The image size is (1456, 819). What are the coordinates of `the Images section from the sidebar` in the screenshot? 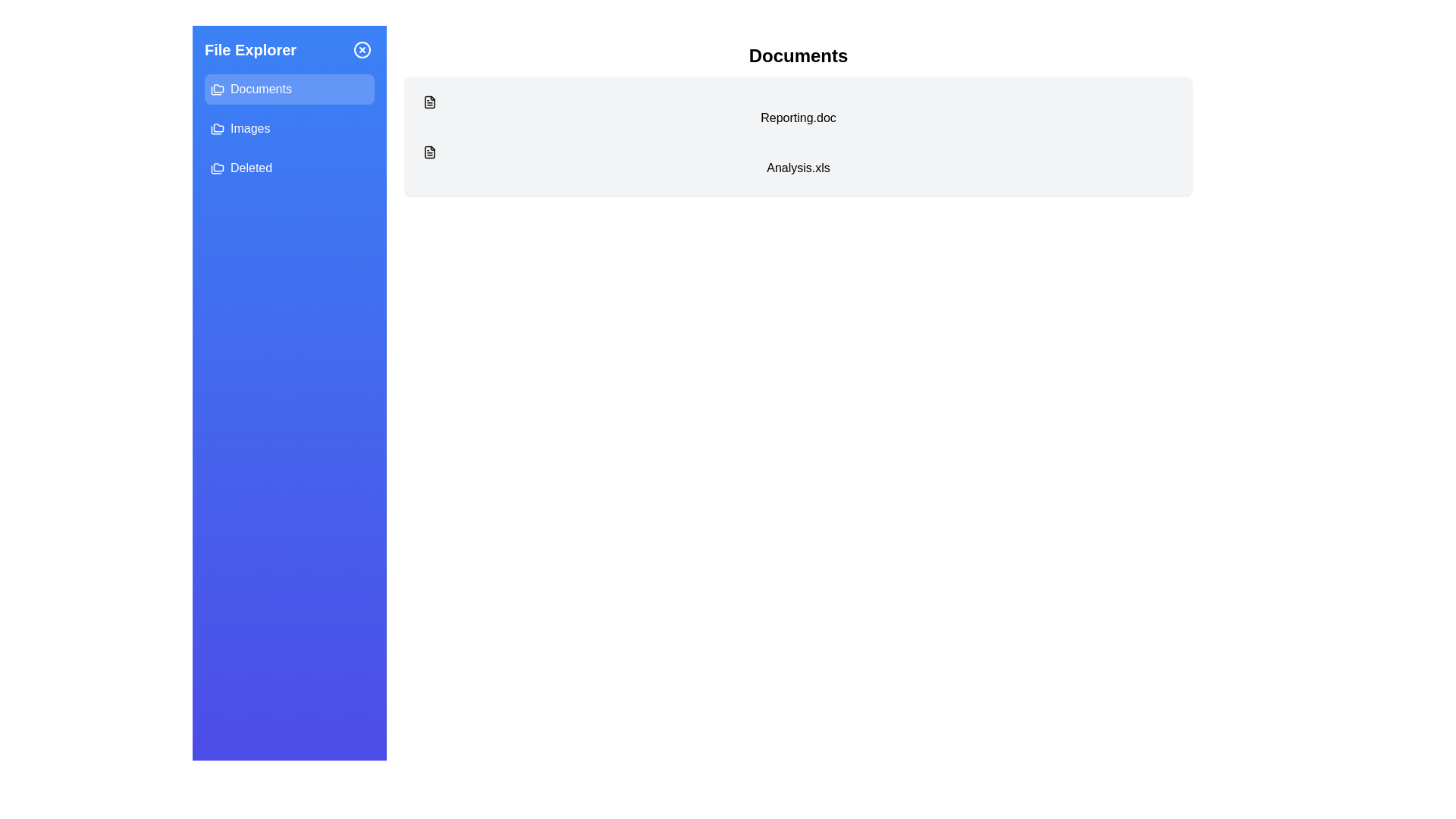 It's located at (290, 127).